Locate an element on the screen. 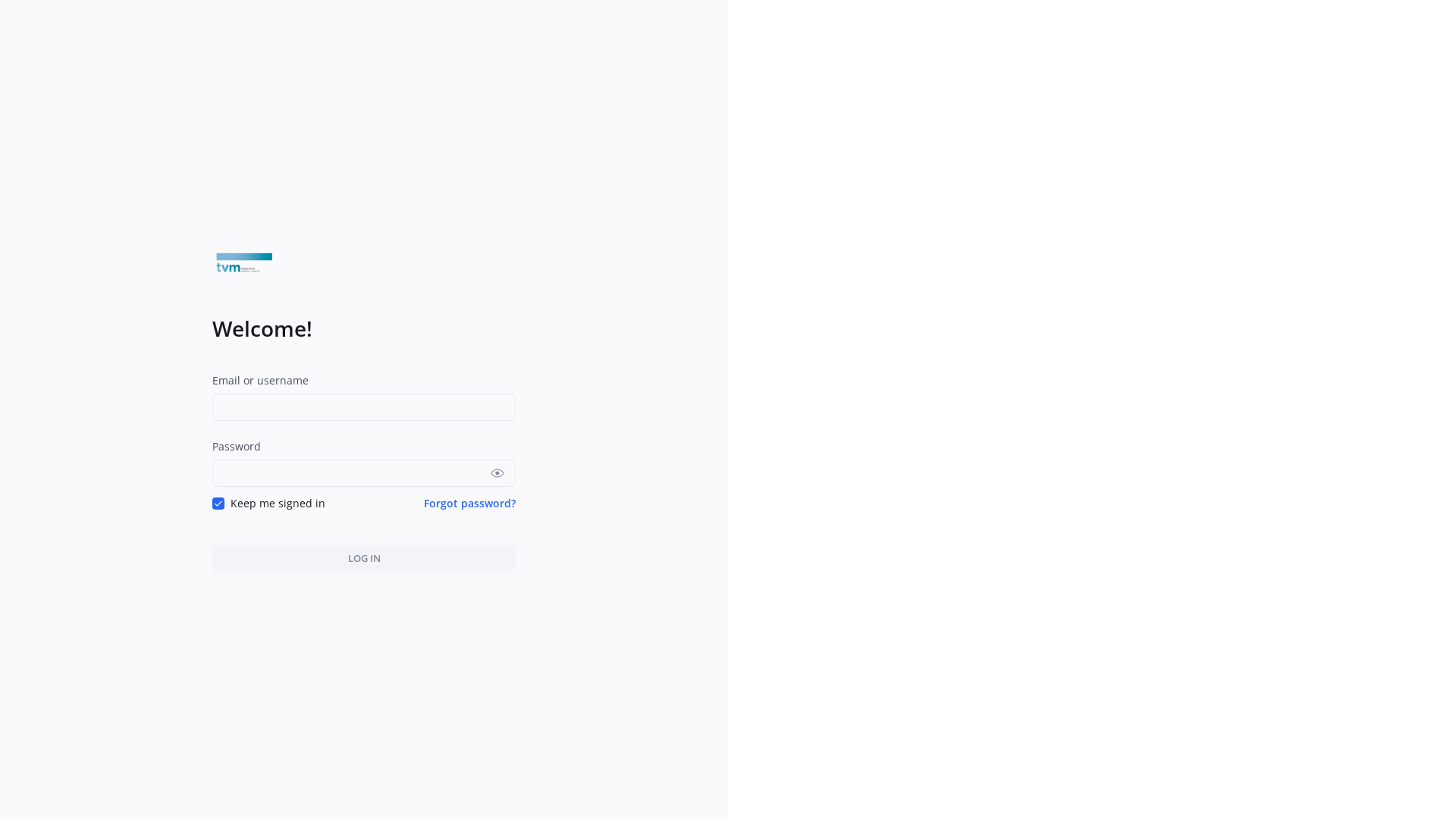 The height and width of the screenshot is (819, 1456). 'Forgot password?' is located at coordinates (469, 503).